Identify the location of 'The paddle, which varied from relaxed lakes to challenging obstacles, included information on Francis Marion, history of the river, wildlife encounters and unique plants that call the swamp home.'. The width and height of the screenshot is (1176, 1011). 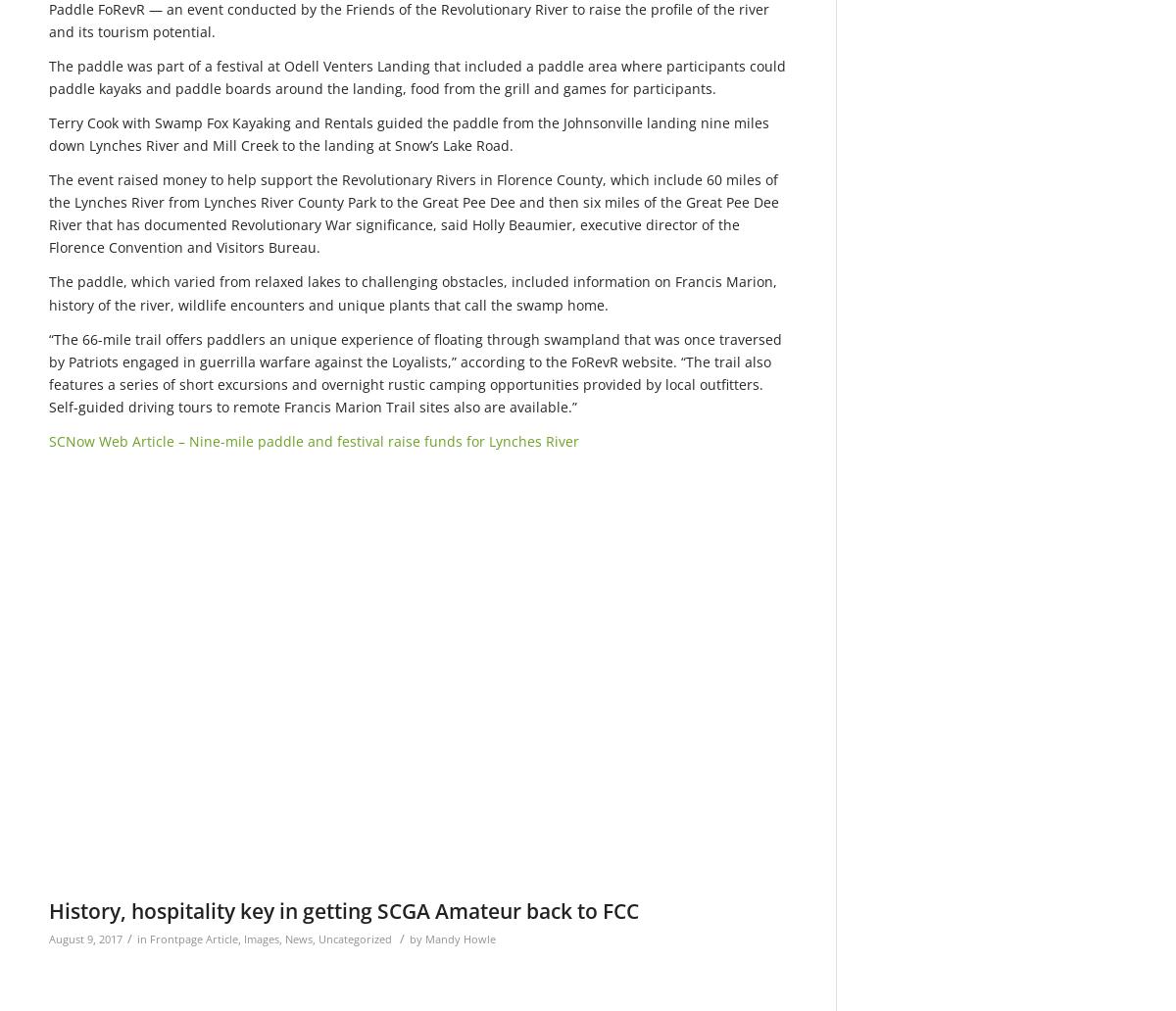
(413, 292).